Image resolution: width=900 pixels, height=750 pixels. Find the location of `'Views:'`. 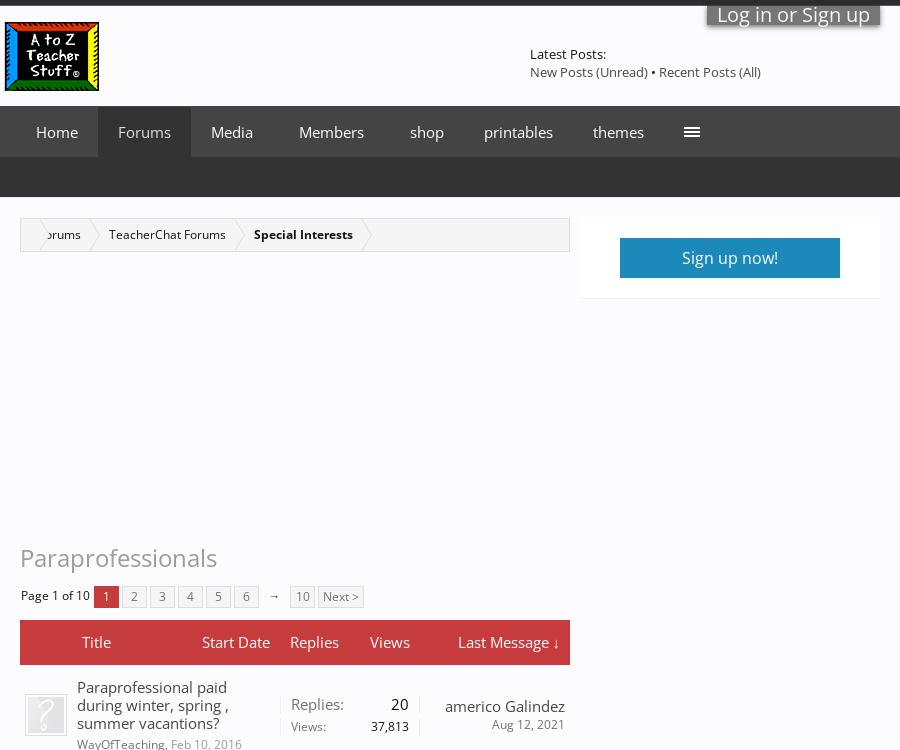

'Views:' is located at coordinates (289, 724).